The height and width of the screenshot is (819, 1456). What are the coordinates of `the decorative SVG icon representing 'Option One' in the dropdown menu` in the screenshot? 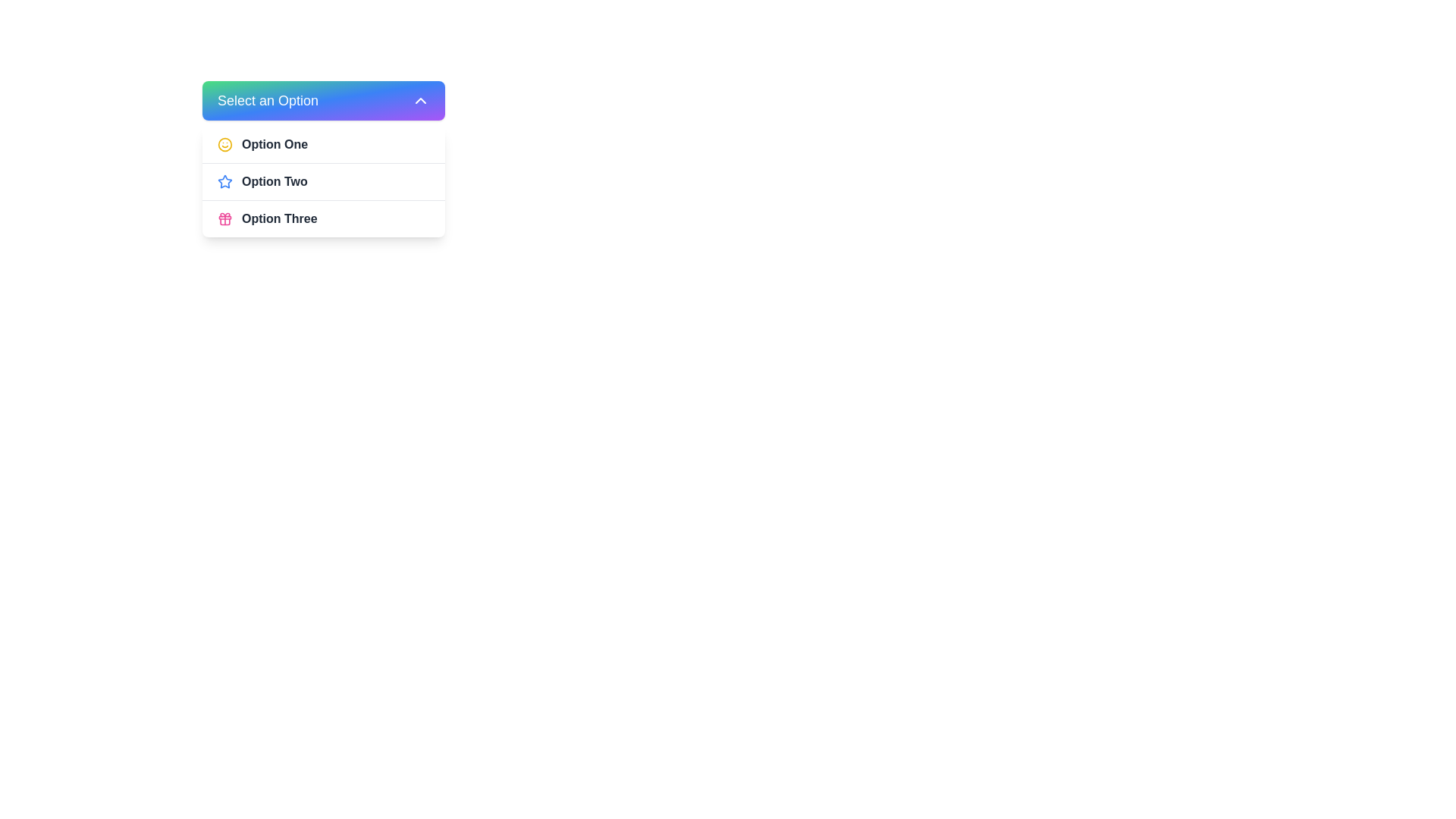 It's located at (224, 145).